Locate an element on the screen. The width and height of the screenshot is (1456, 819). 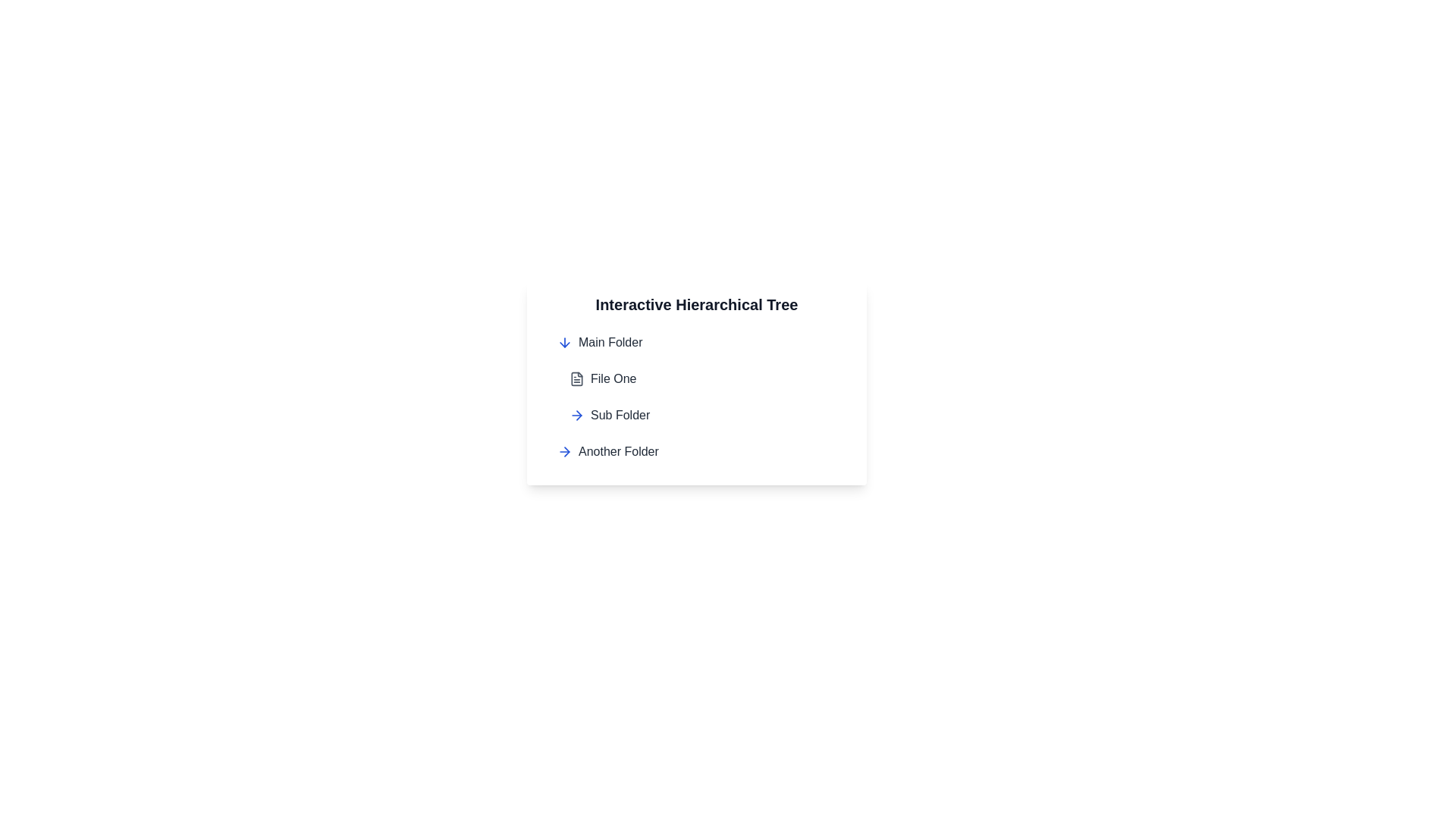
the tree node entry labeled 'Another Folder' is located at coordinates (701, 451).